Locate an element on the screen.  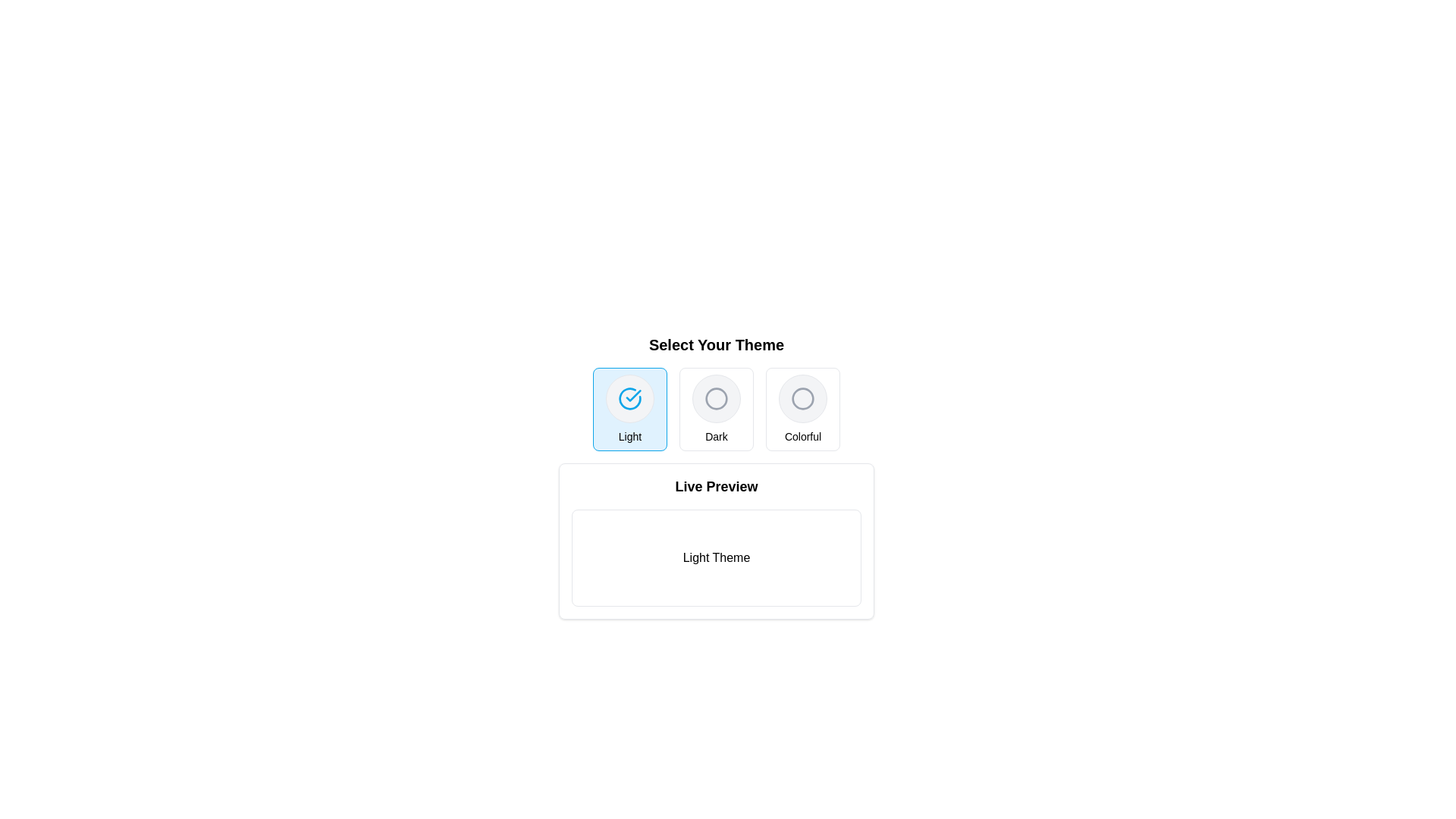
the circular icon representing the 'Dark' theme option is located at coordinates (716, 397).